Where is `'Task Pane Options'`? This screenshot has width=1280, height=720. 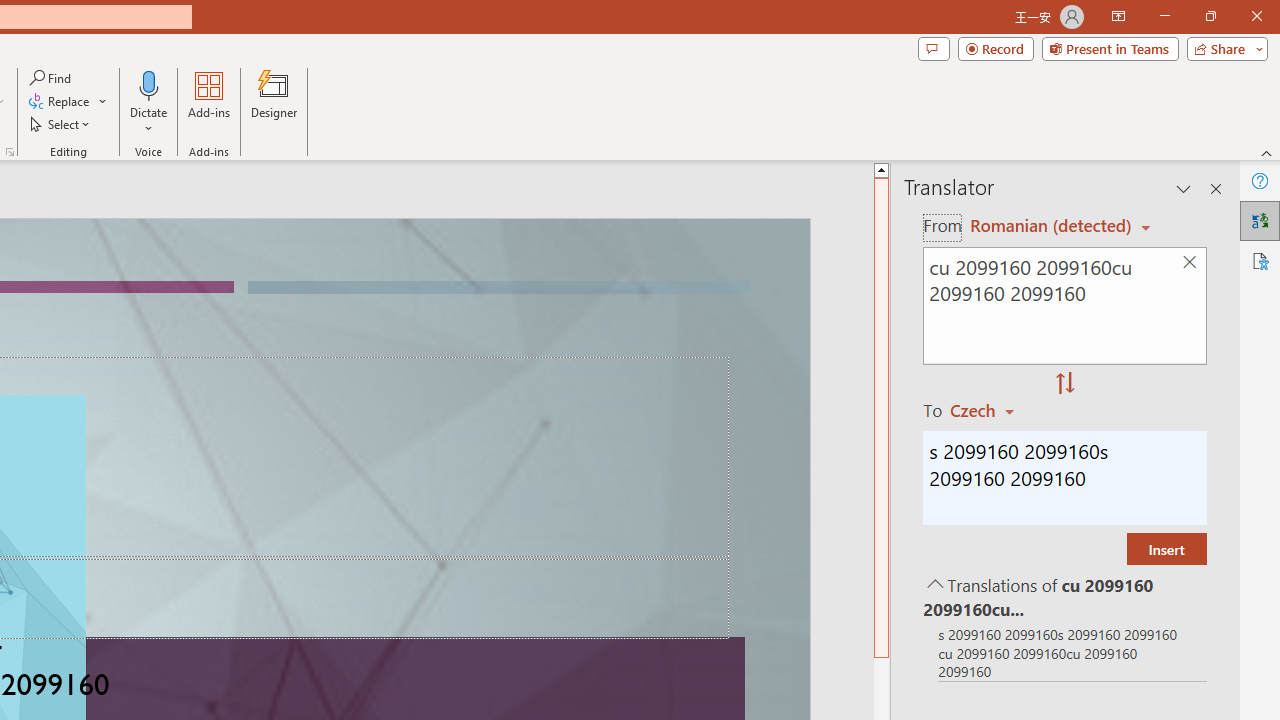
'Task Pane Options' is located at coordinates (1184, 189).